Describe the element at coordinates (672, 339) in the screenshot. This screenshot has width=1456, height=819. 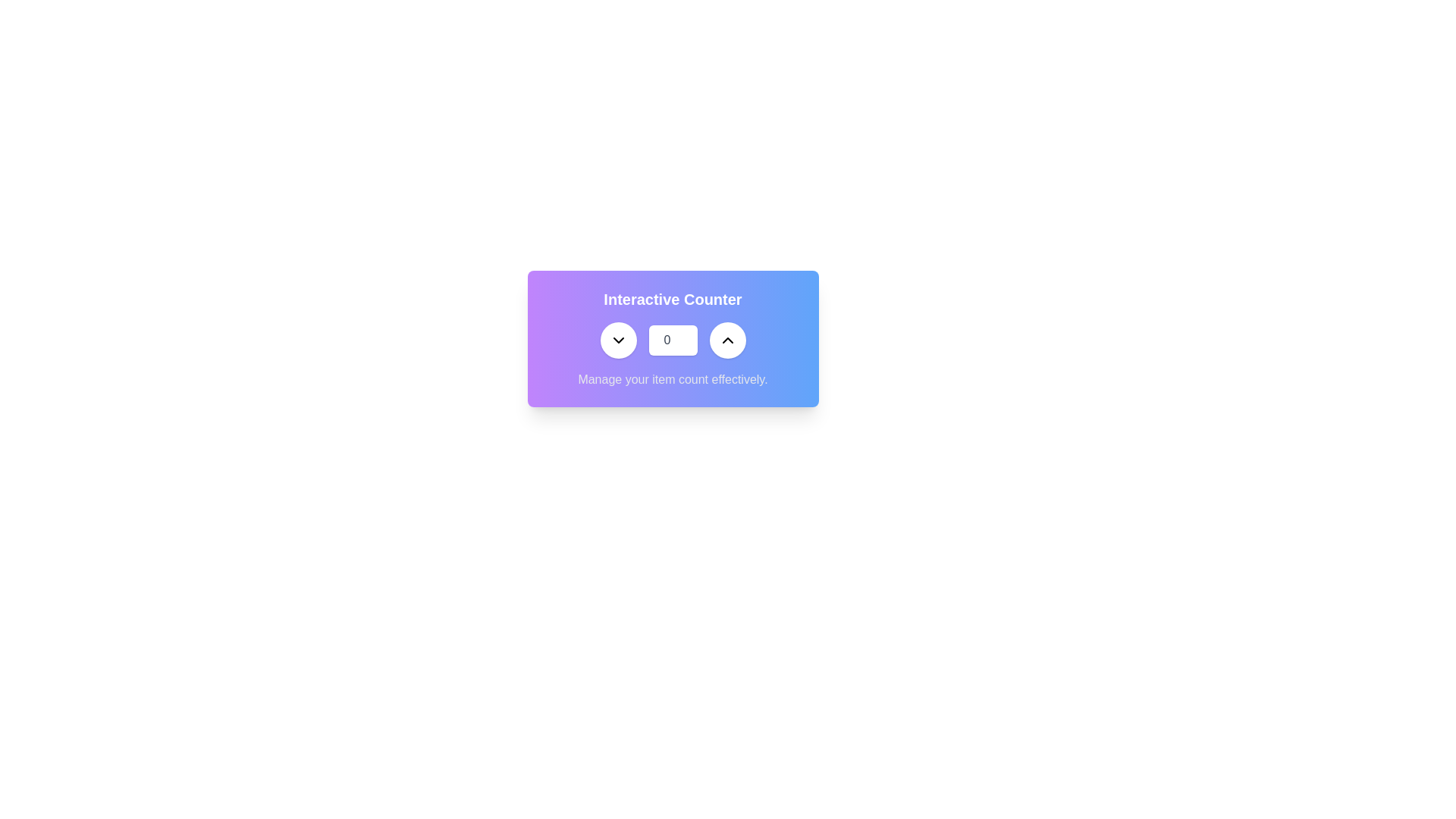
I see `the interactive control group containing buttons and a numeric input for visual feedback` at that location.